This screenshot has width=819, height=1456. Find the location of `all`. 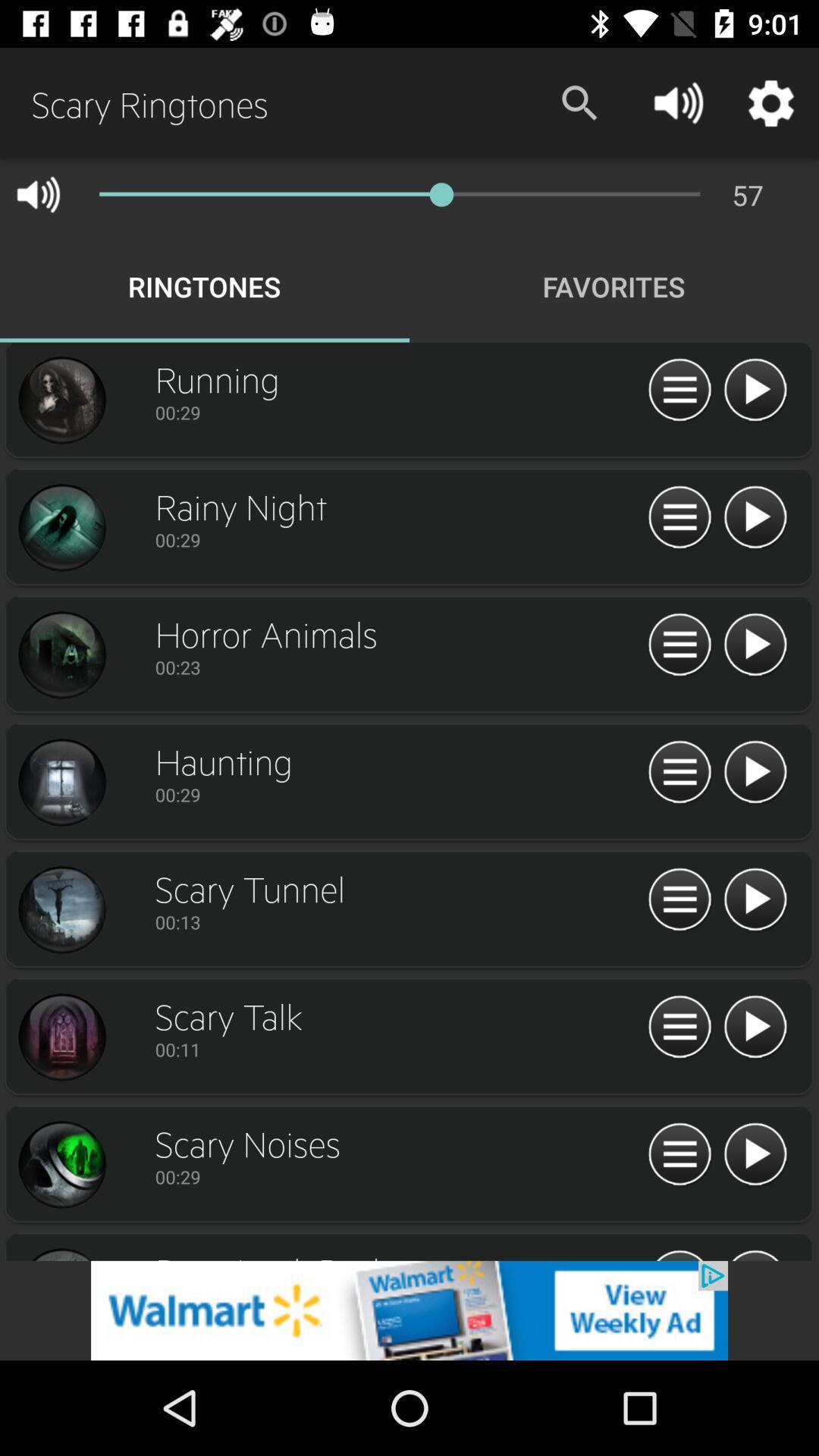

all is located at coordinates (679, 645).